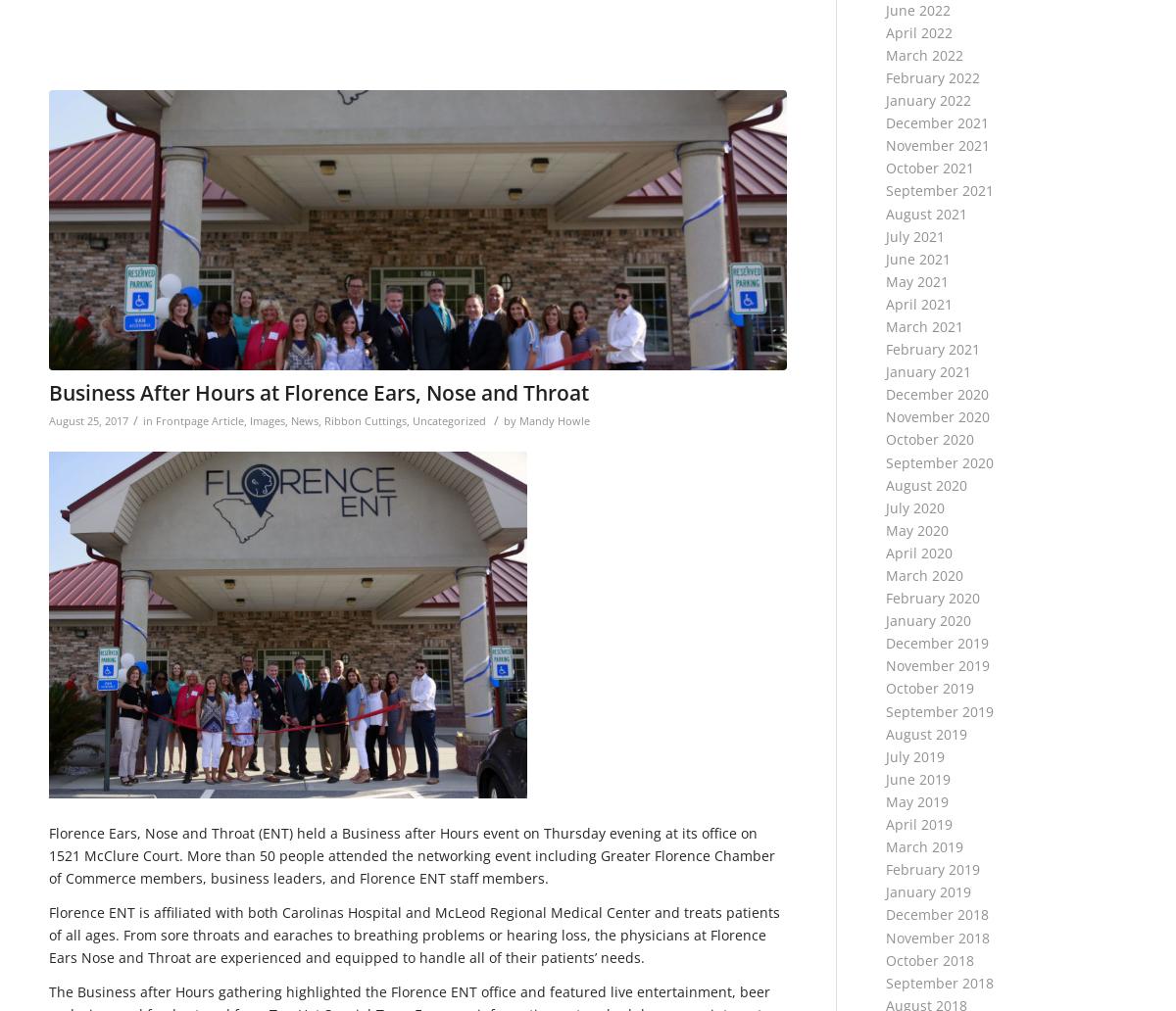 This screenshot has width=1176, height=1011. I want to click on 'March 2021', so click(885, 325).